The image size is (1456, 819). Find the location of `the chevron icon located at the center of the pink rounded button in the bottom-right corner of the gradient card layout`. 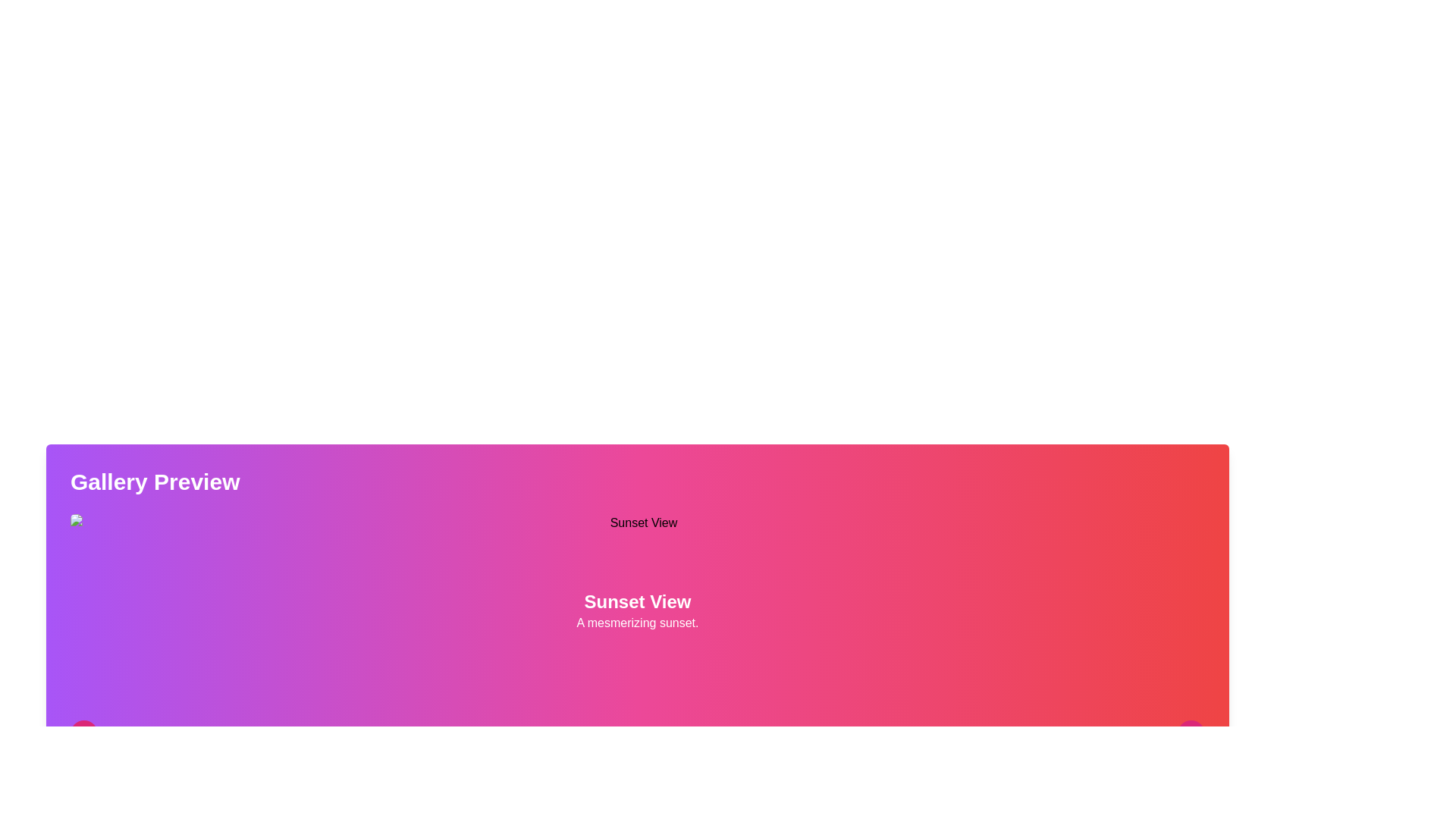

the chevron icon located at the center of the pink rounded button in the bottom-right corner of the gradient card layout is located at coordinates (1190, 733).